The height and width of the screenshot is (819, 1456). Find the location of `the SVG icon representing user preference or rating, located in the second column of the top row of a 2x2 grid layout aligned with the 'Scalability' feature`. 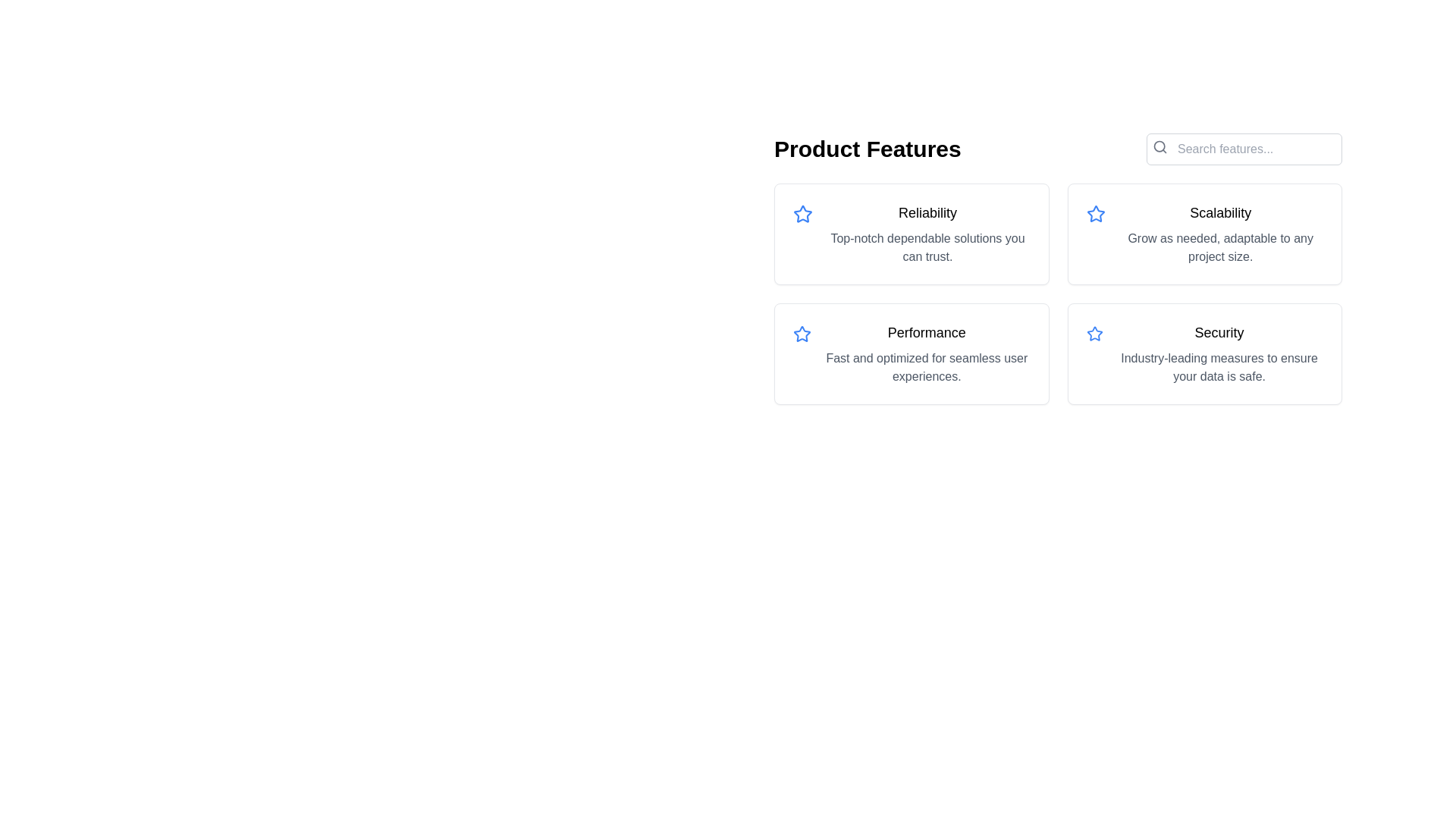

the SVG icon representing user preference or rating, located in the second column of the top row of a 2x2 grid layout aligned with the 'Scalability' feature is located at coordinates (802, 214).